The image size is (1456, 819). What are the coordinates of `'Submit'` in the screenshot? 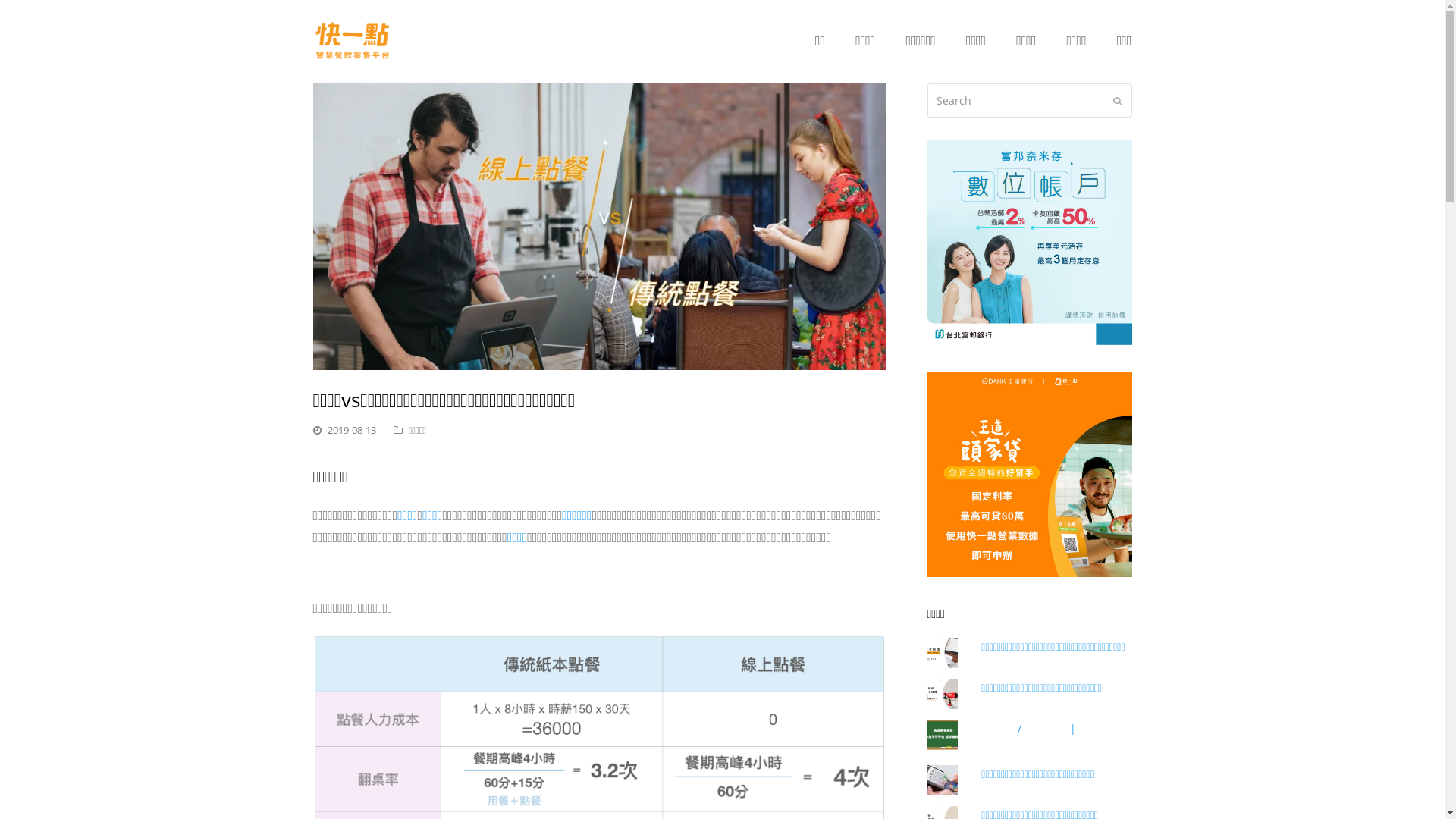 It's located at (1113, 99).